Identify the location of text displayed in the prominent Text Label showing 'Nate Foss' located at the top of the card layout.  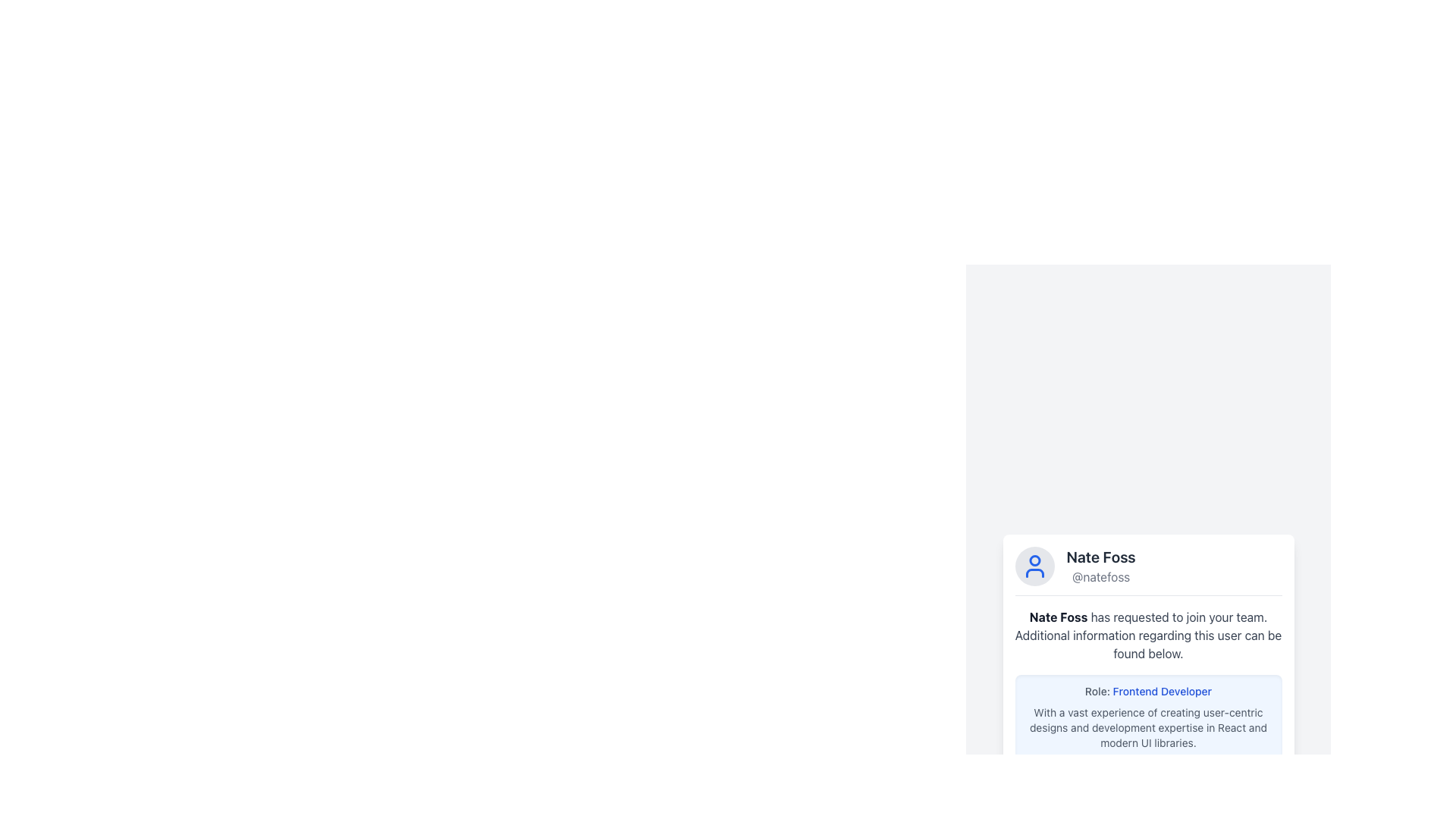
(1101, 557).